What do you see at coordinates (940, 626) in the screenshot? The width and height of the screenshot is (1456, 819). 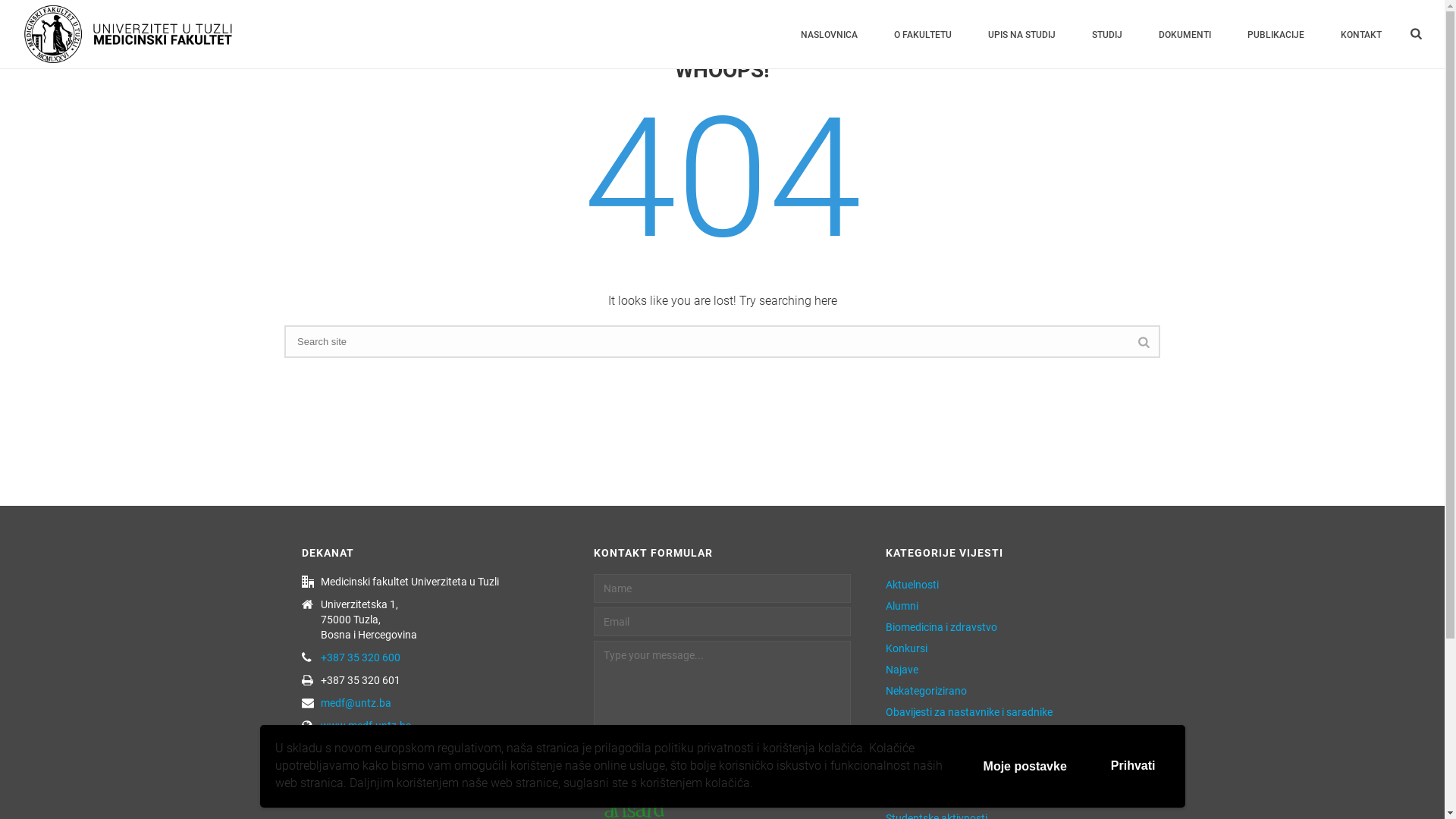 I see `'Biomedicina i zdravstvo'` at bounding box center [940, 626].